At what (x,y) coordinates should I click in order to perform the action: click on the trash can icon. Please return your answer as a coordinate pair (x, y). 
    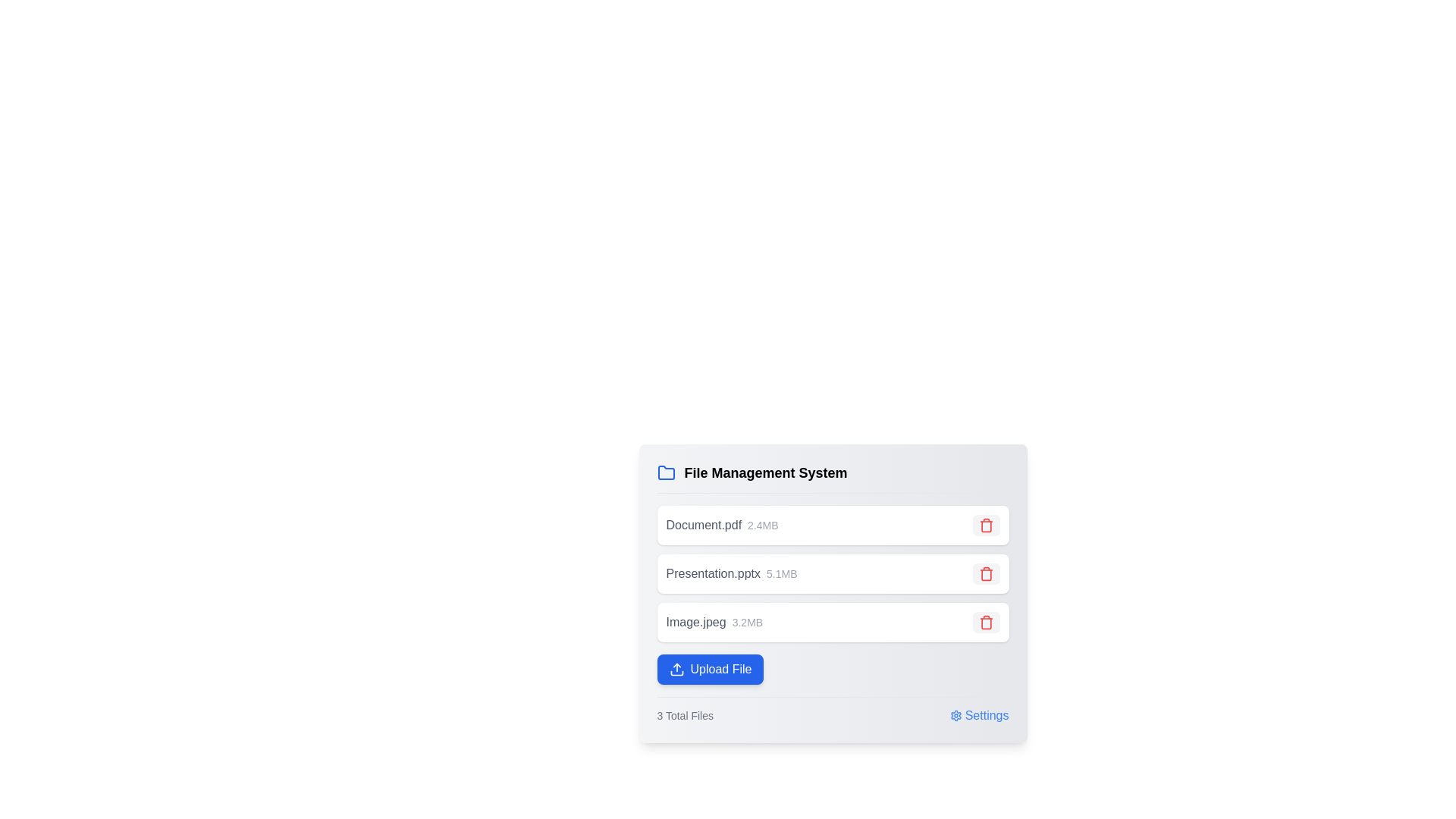
    Looking at the image, I should click on (986, 623).